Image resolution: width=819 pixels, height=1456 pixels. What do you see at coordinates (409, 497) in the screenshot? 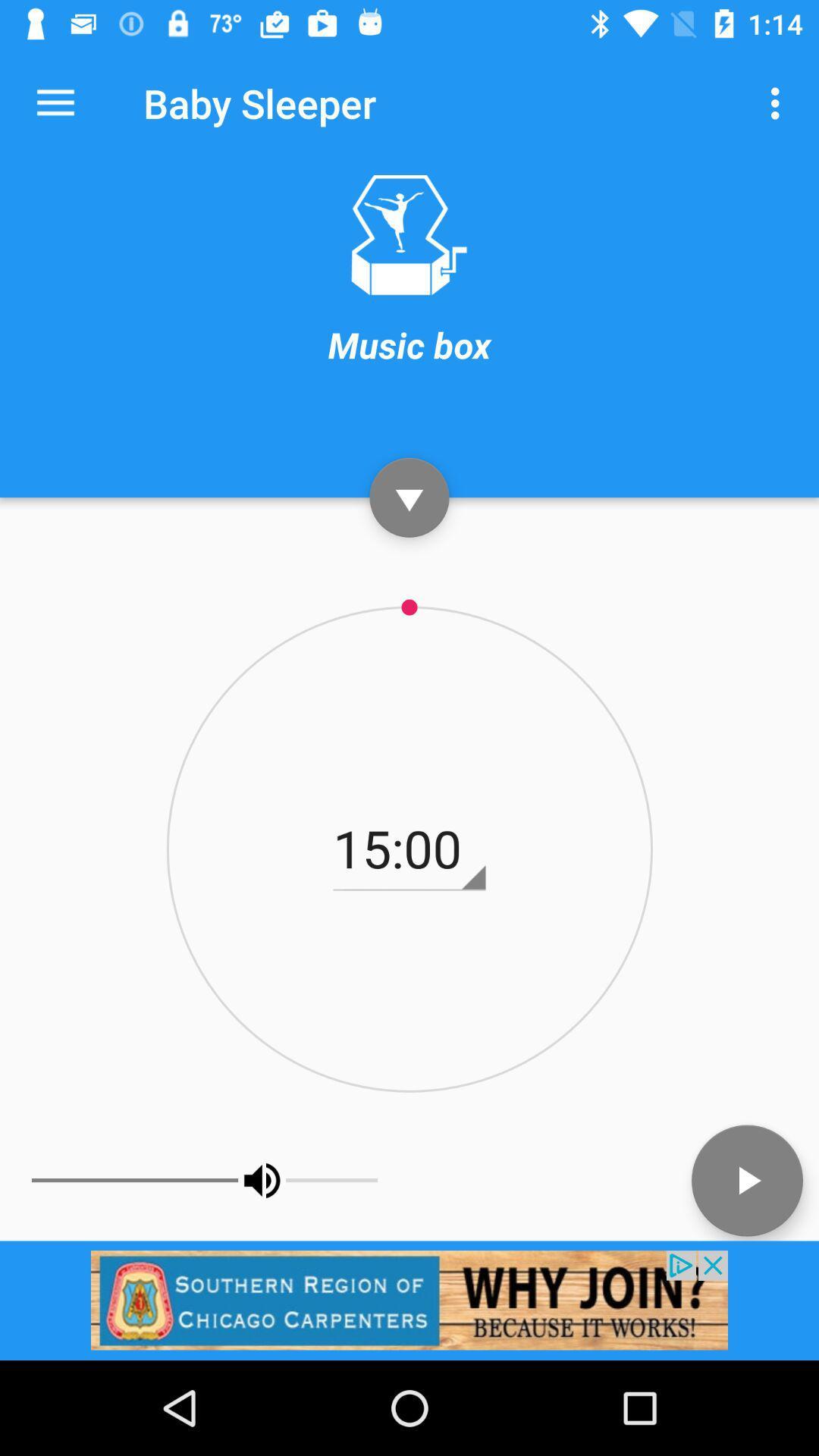
I see `the expand_more icon` at bounding box center [409, 497].